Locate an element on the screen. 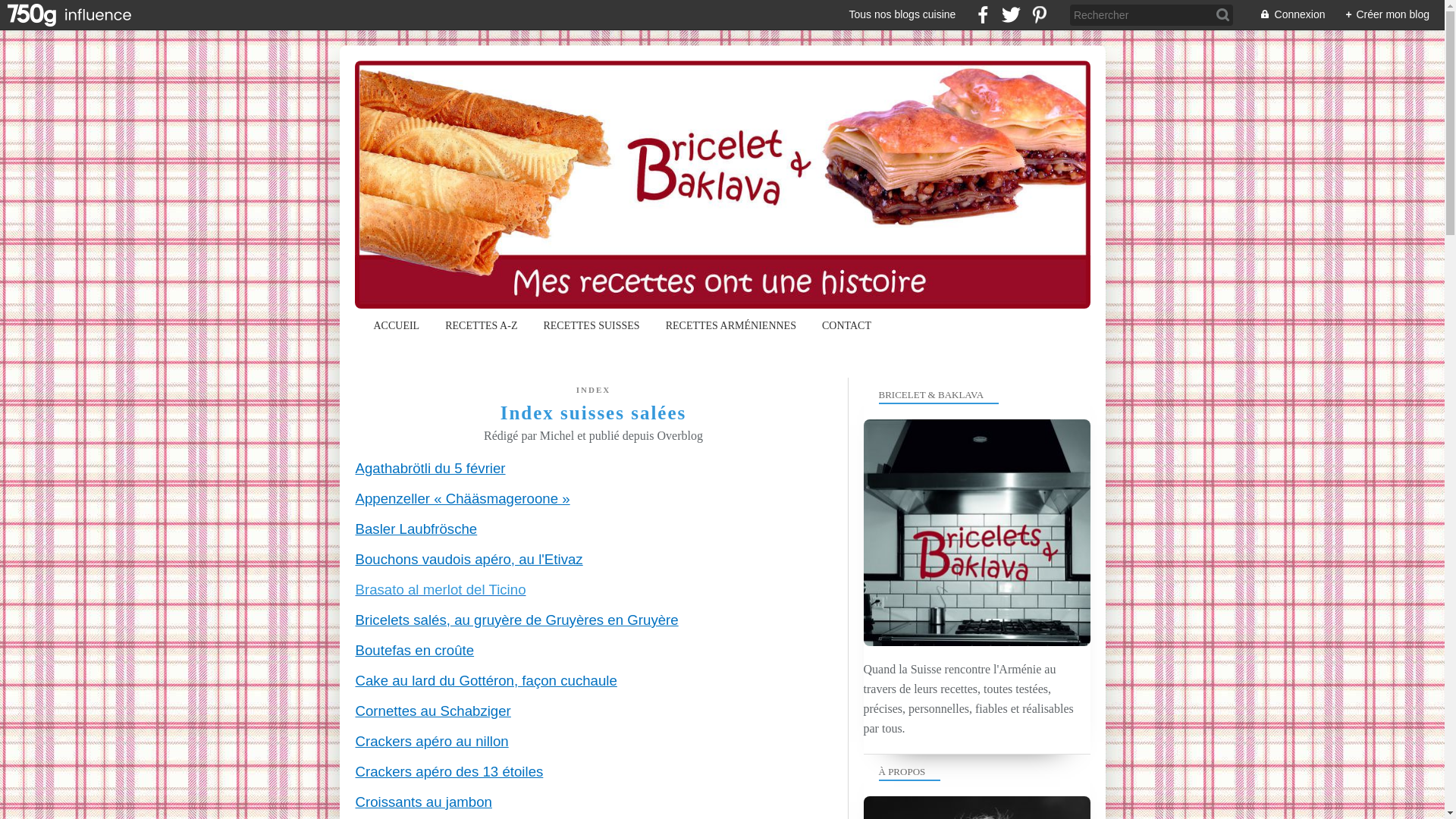 The width and height of the screenshot is (1456, 819). 'Tous nos blogs cuisine' is located at coordinates (847, 14).